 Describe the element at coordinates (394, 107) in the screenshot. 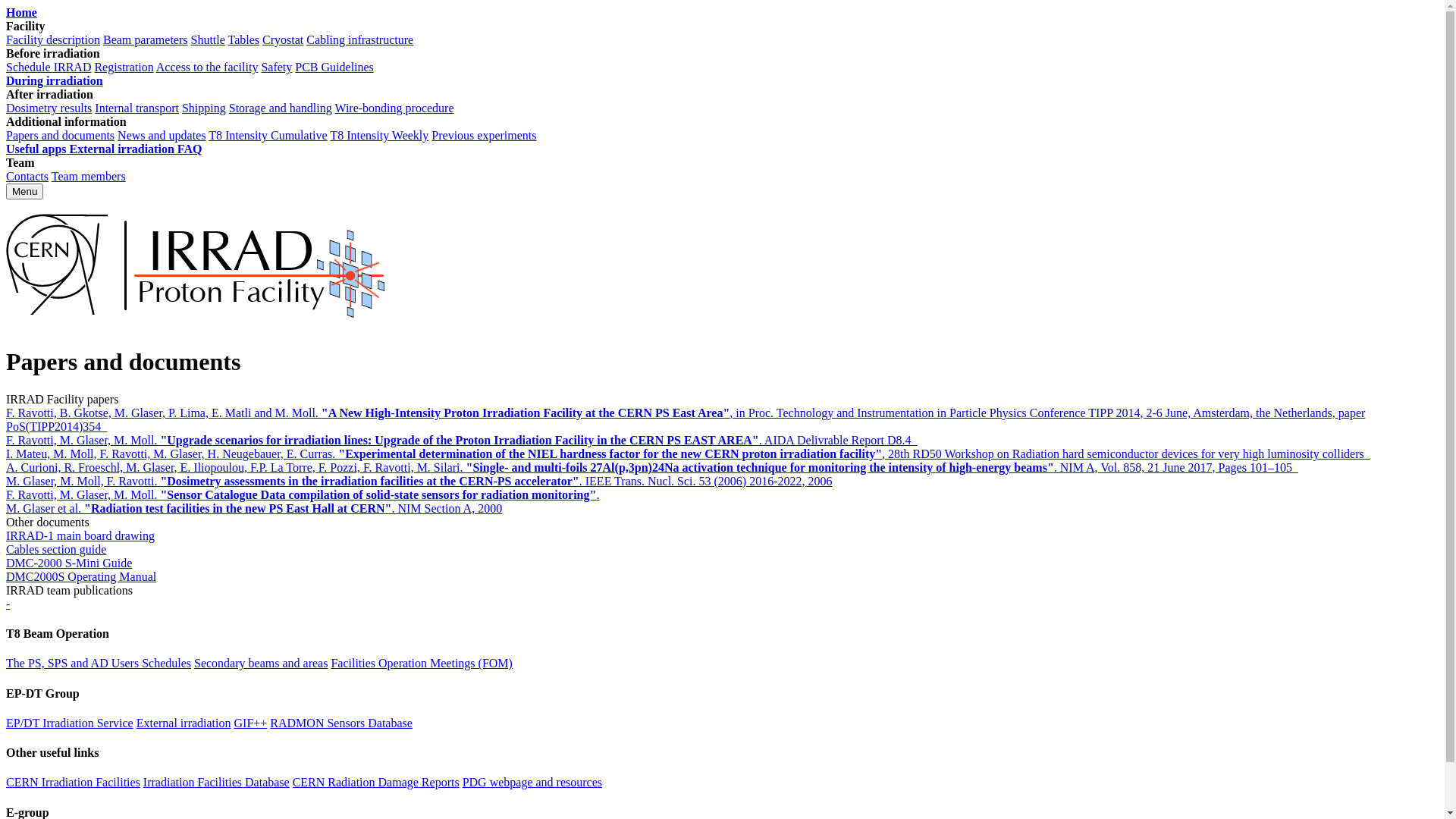

I see `'Wire-bonding procedure'` at that location.